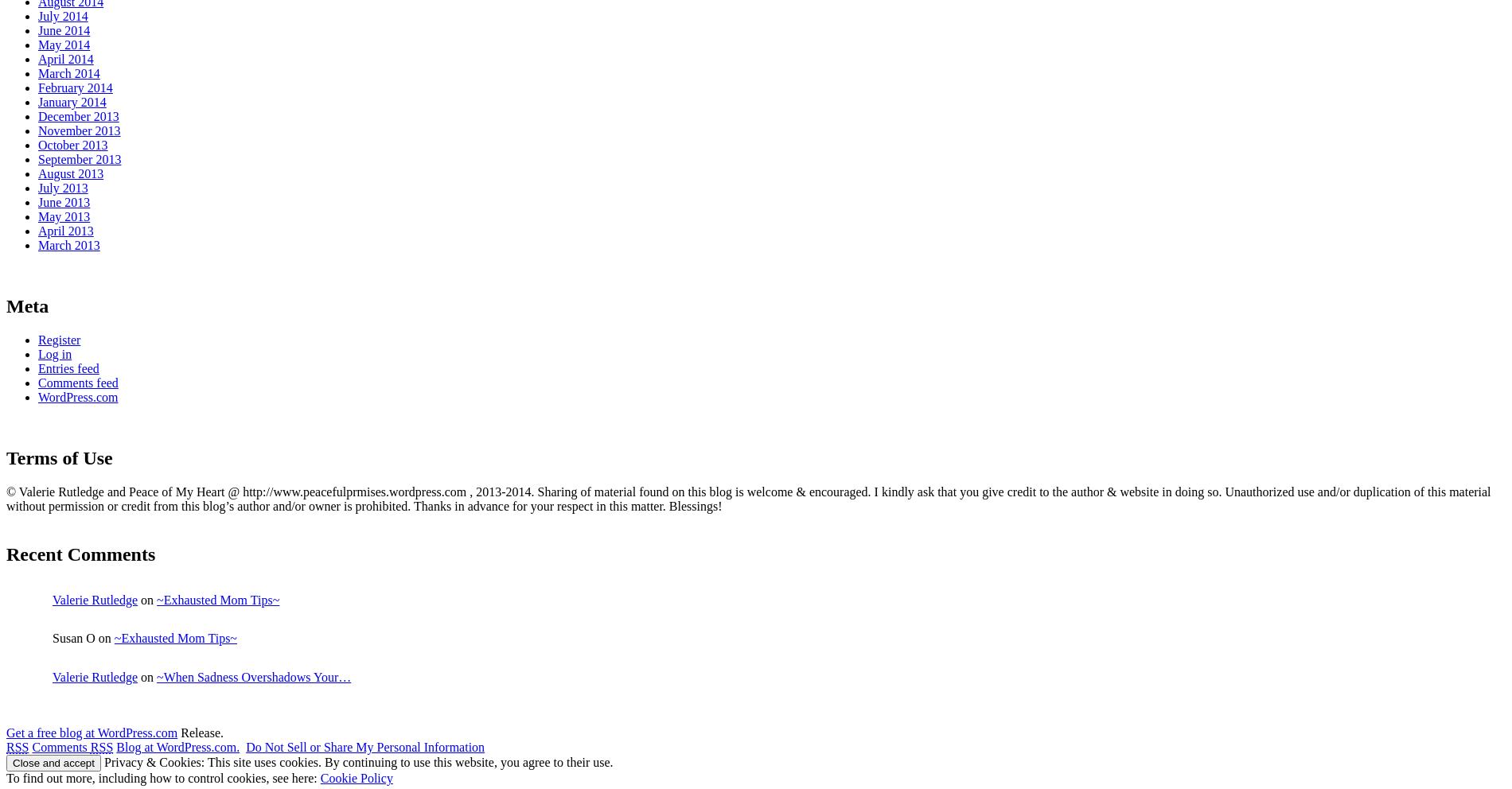 The image size is (1512, 789). What do you see at coordinates (65, 229) in the screenshot?
I see `'April 2013'` at bounding box center [65, 229].